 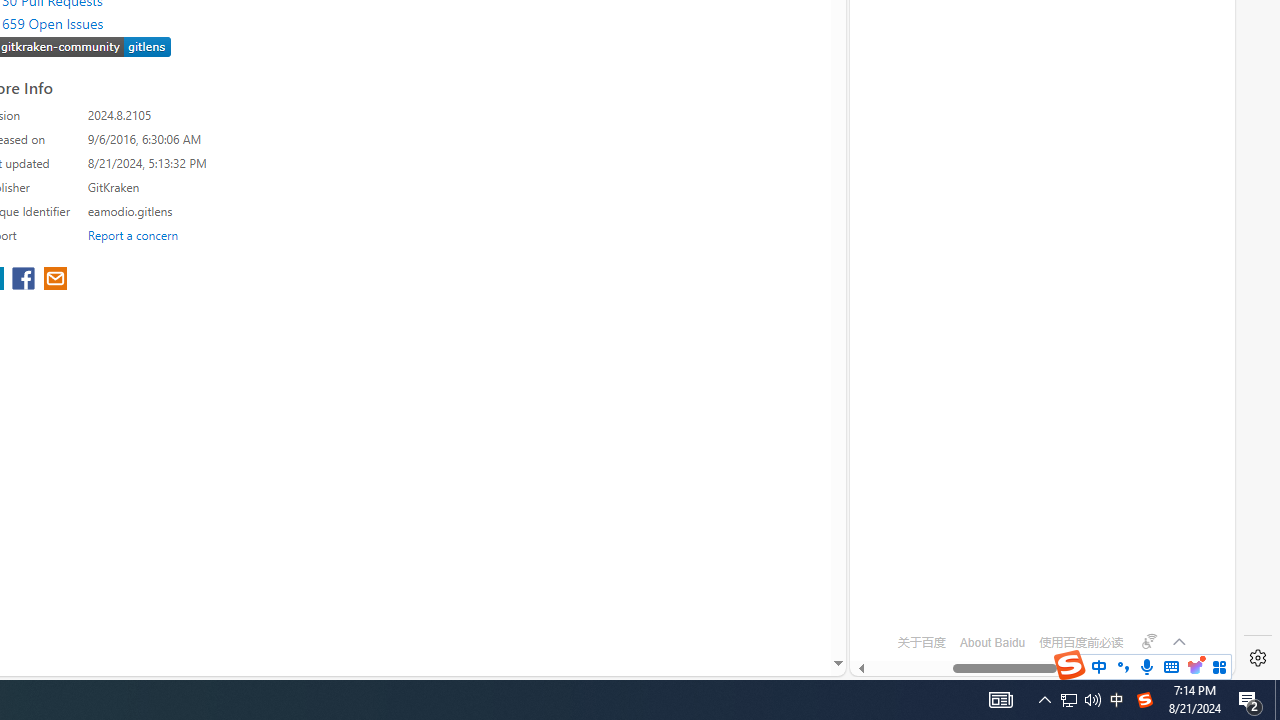 I want to click on 'Global web icon', so click(x=887, y=586).